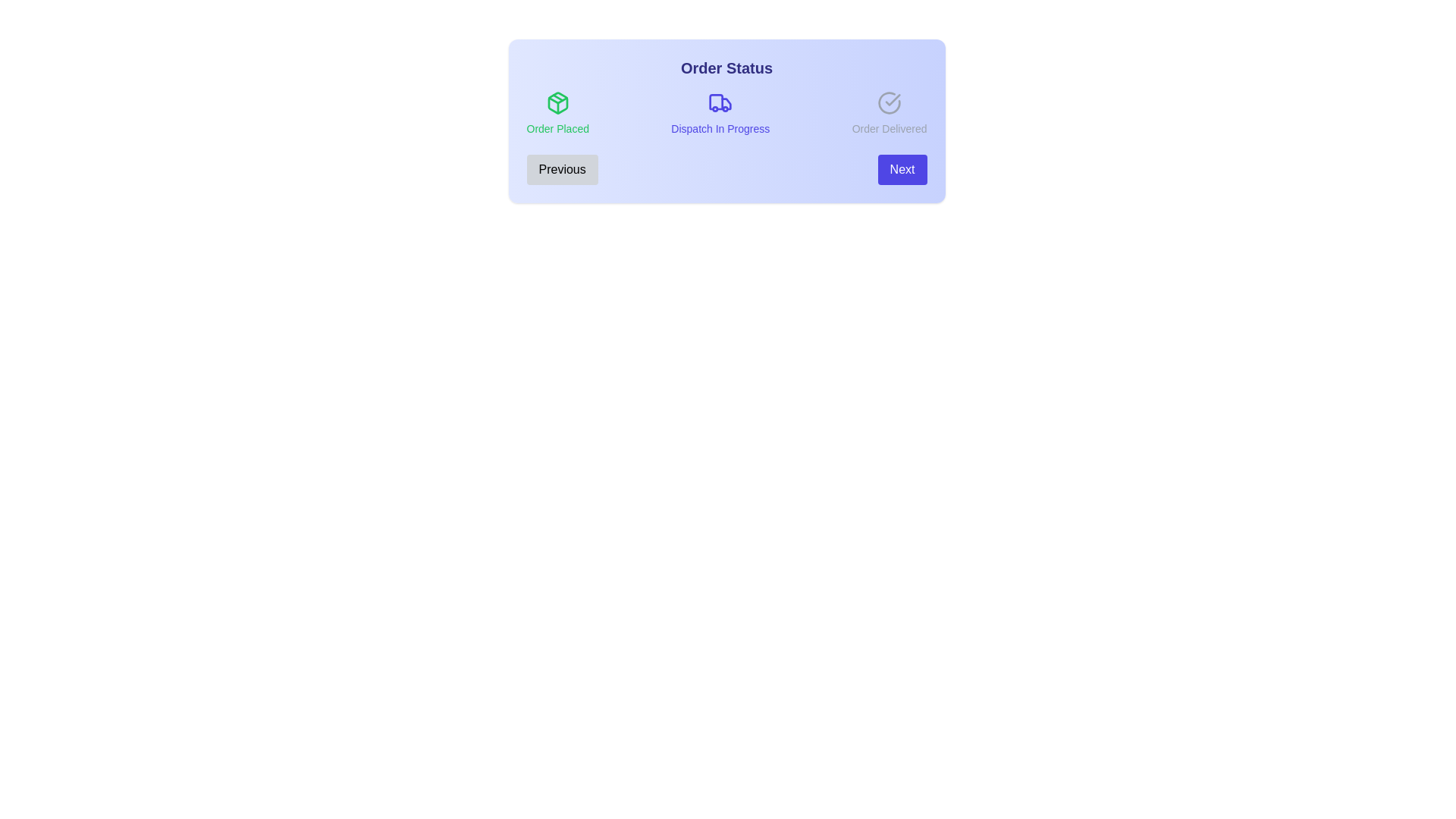  I want to click on the Status Indicator element, which is a gray checkmark icon in a circle, positioned above the 'Order Delivered' text at the end of the horizontal progression bar, so click(890, 113).